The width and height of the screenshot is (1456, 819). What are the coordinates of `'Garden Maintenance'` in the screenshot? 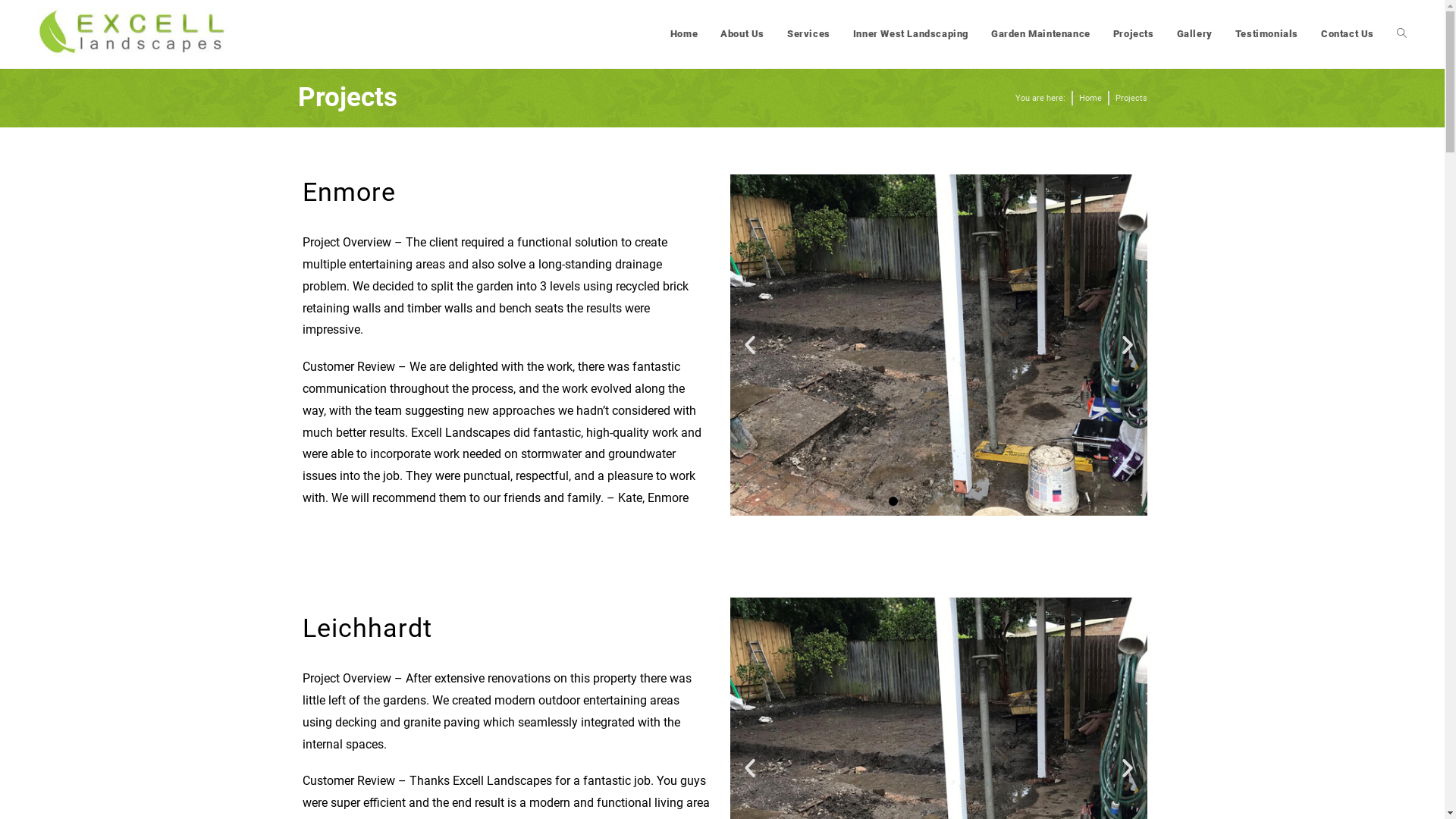 It's located at (1040, 34).